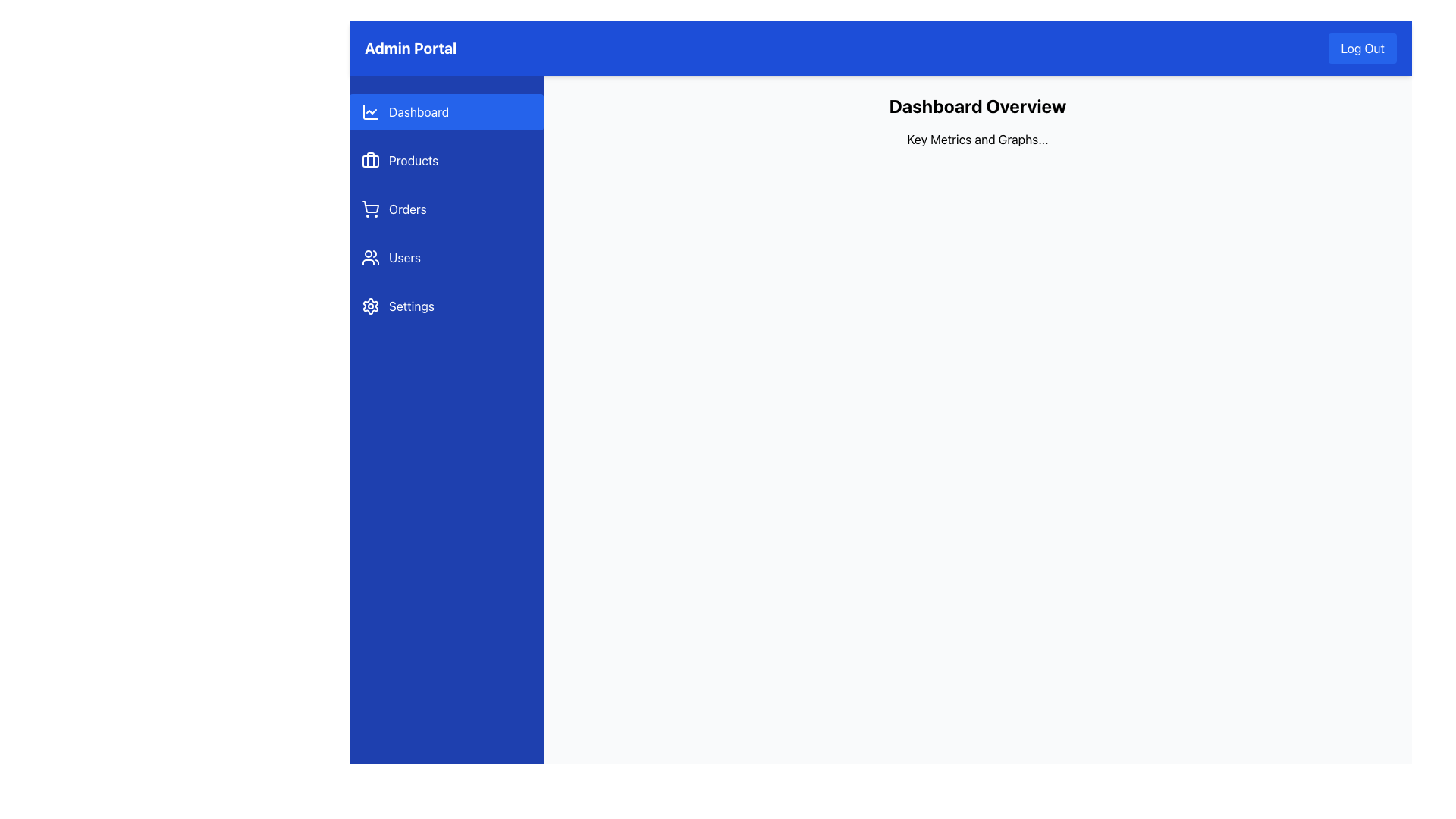  What do you see at coordinates (371, 209) in the screenshot?
I see `the 'Orders' icon in the sidebar navigation menu, which is visually associated with order management, located below the 'Products' item` at bounding box center [371, 209].